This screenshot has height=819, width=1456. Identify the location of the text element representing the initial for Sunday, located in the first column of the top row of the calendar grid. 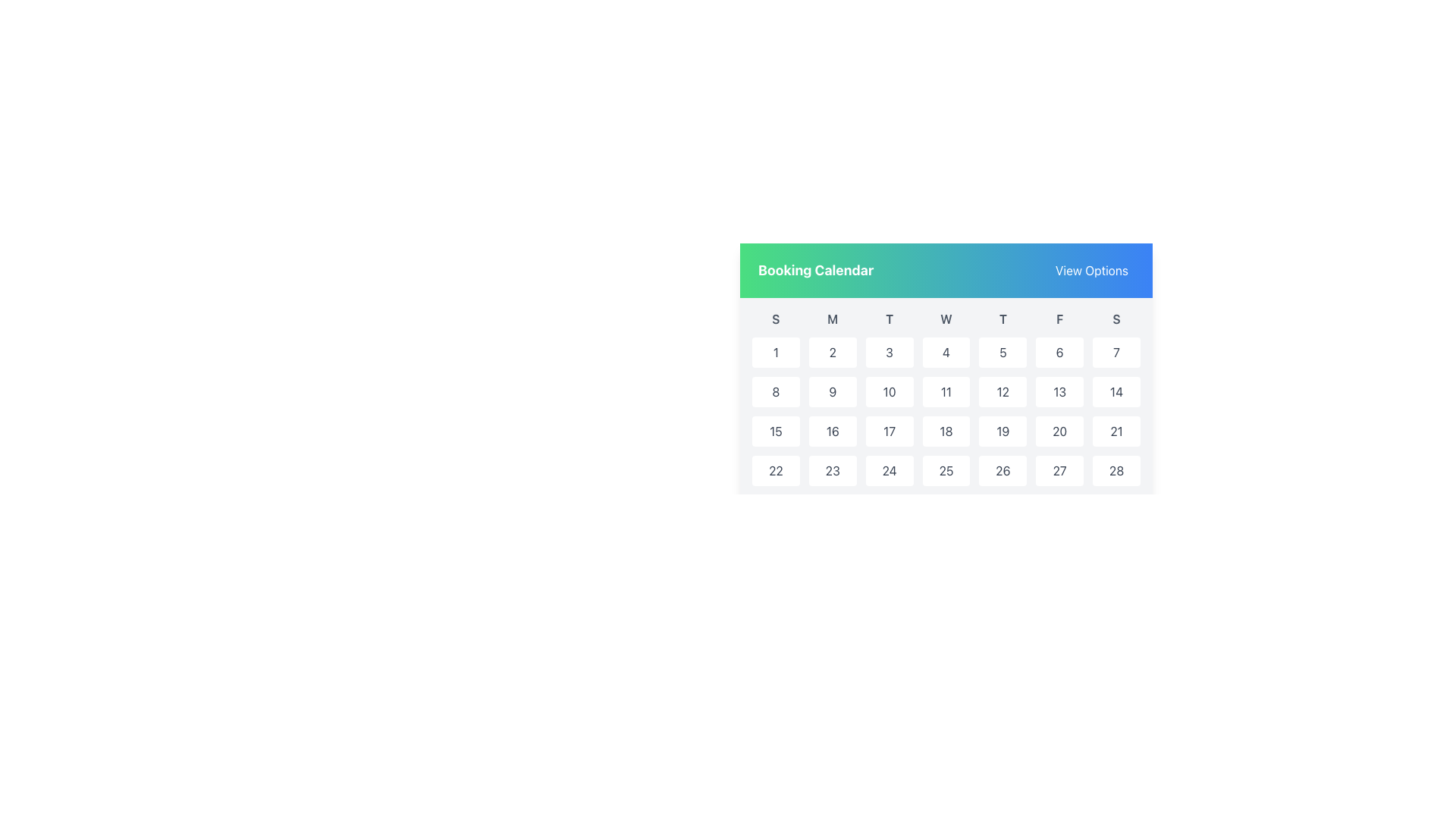
(776, 318).